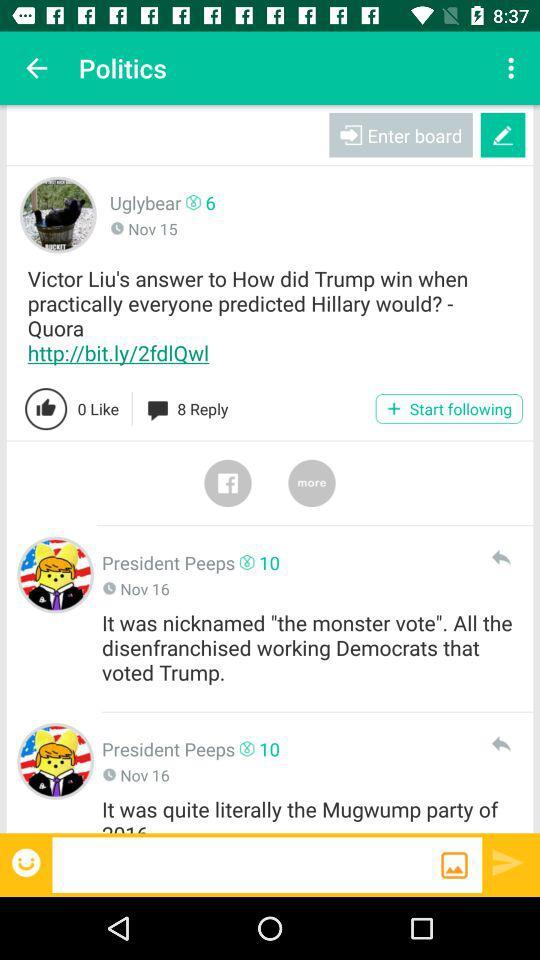  Describe the element at coordinates (55, 575) in the screenshot. I see `check profile` at that location.